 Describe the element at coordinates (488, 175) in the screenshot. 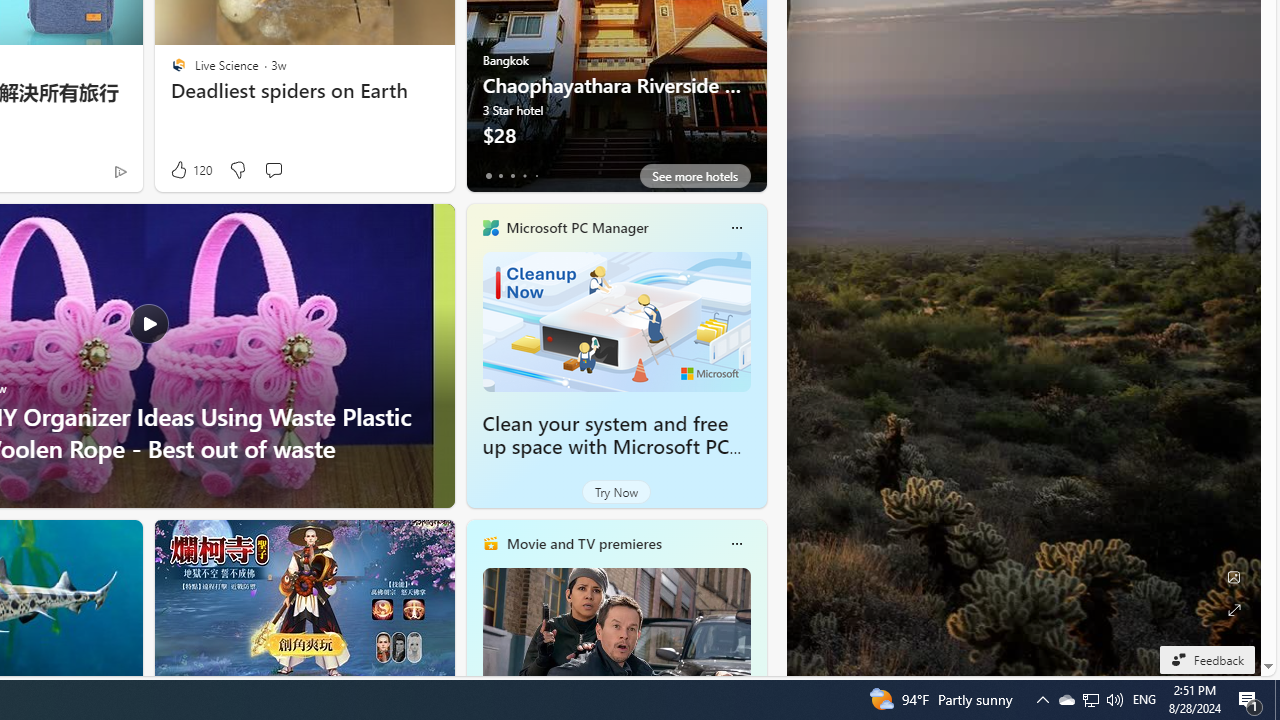

I see `'tab-0'` at that location.